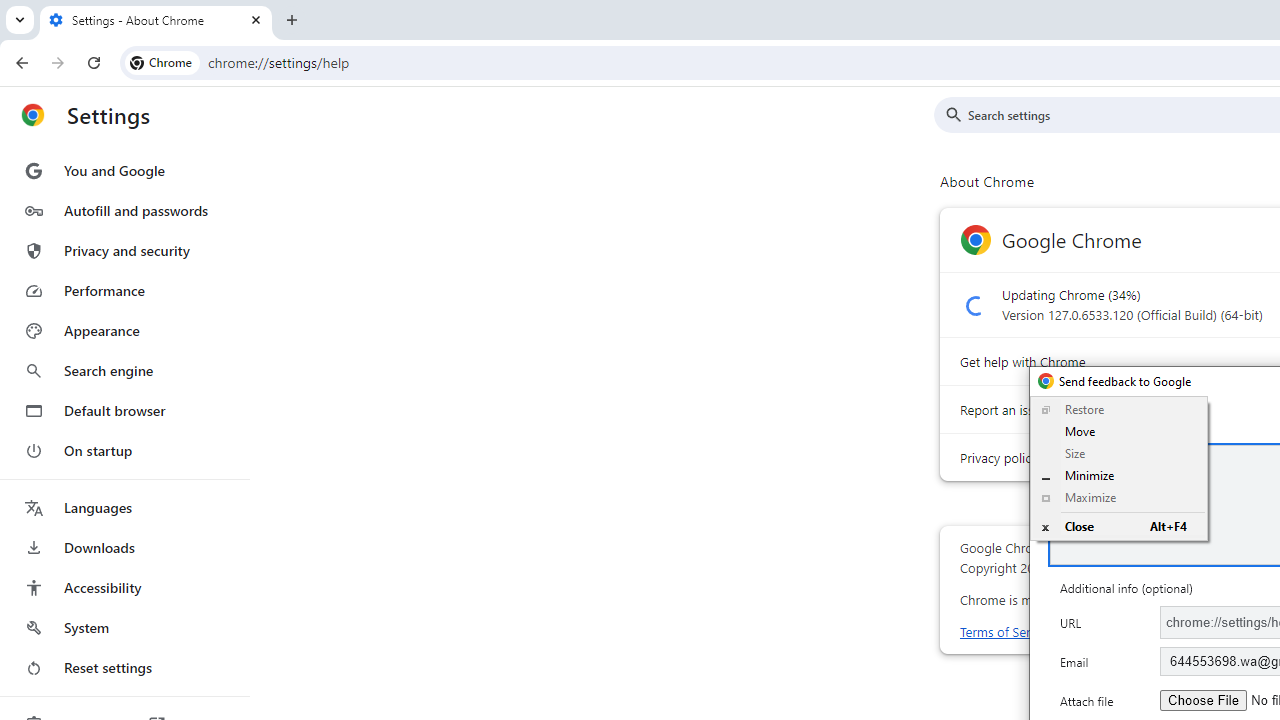  I want to click on 'On startup', so click(123, 451).